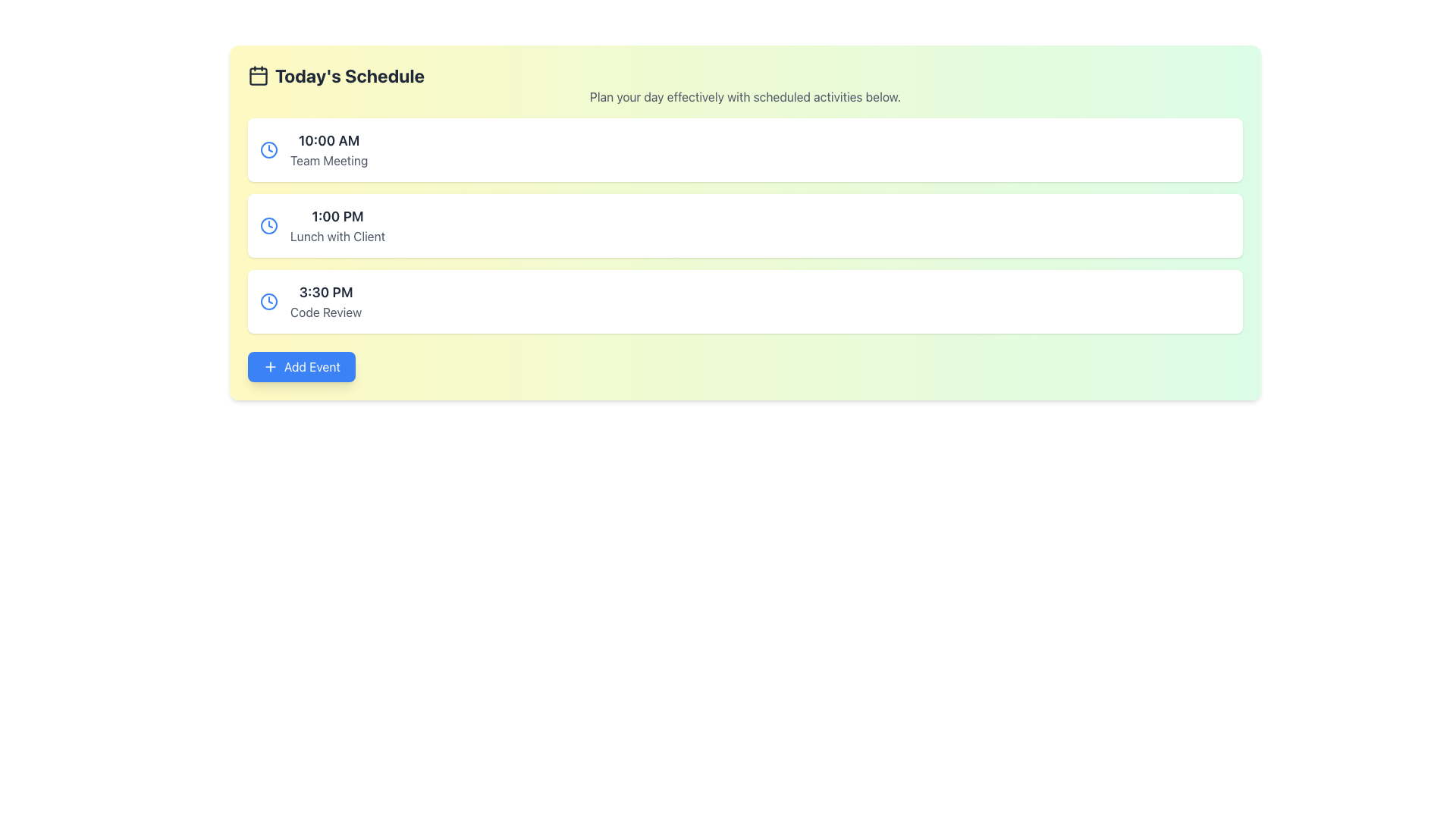 This screenshot has width=1456, height=819. Describe the element at coordinates (269, 149) in the screenshot. I see `the small circular clock icon with a blue outline and white center, positioned to the left of the '10:00 AM' text in the schedule list` at that location.